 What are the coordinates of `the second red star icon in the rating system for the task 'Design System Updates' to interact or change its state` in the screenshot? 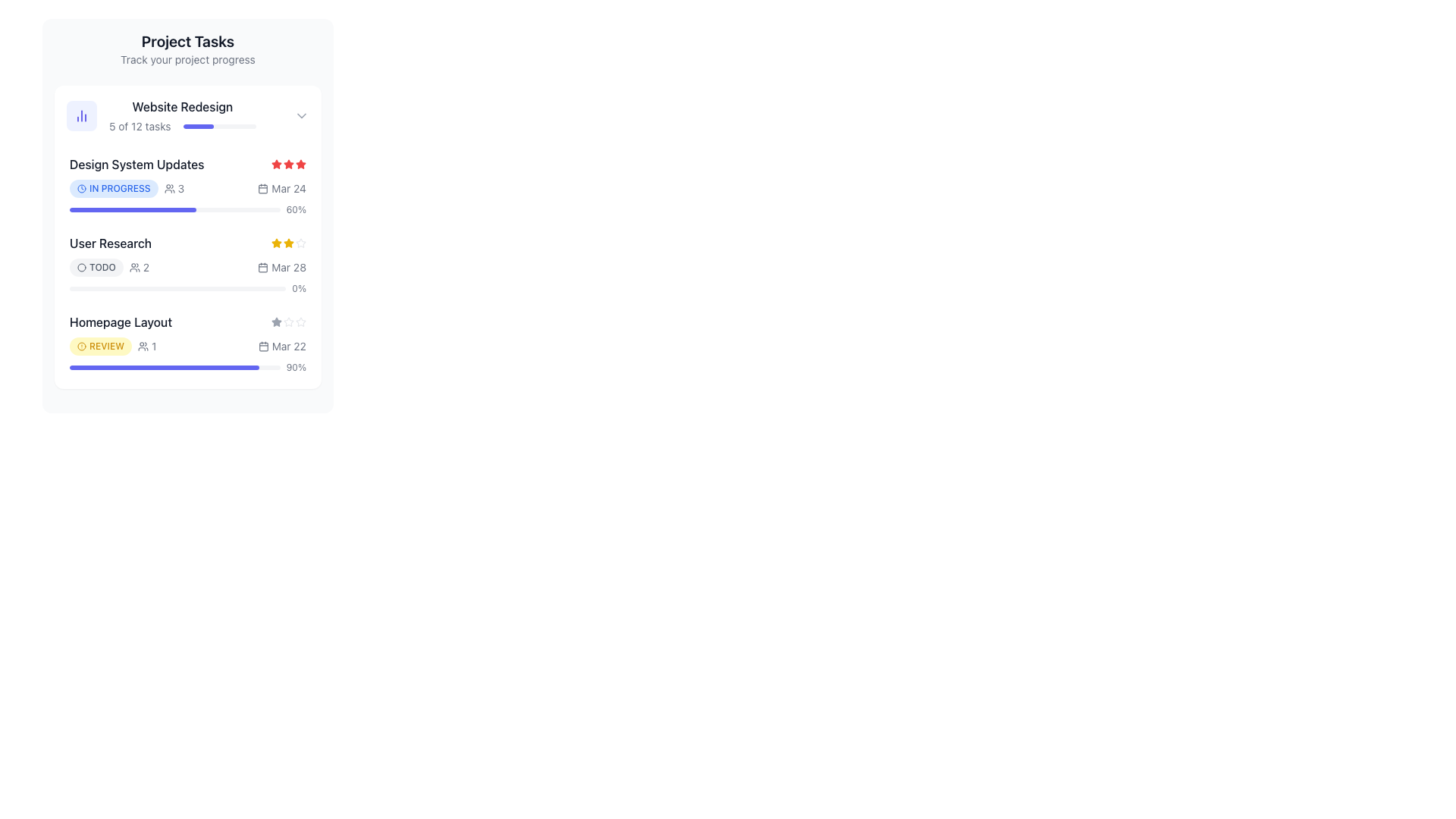 It's located at (300, 164).